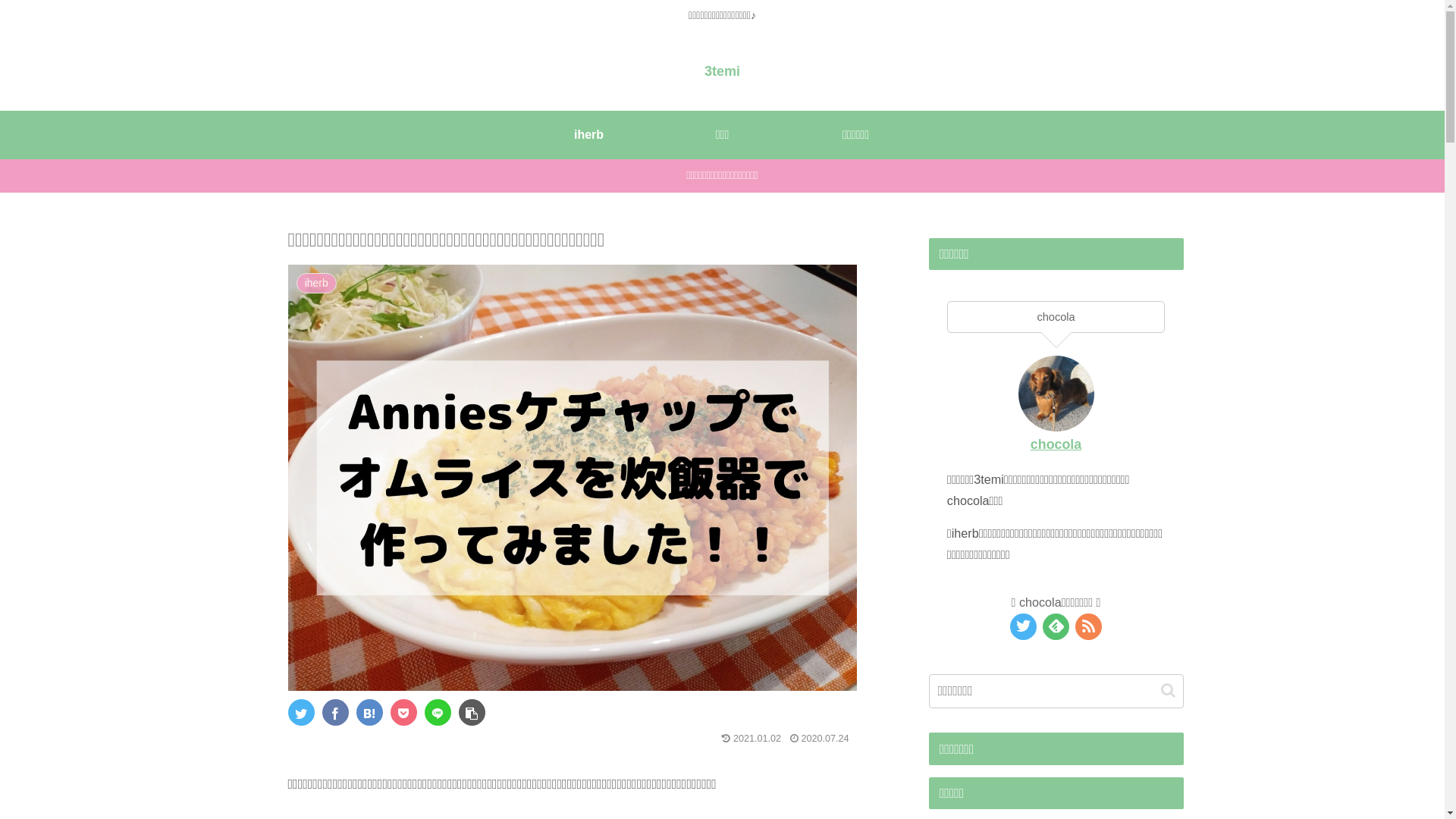  I want to click on 'iherb', so click(588, 133).